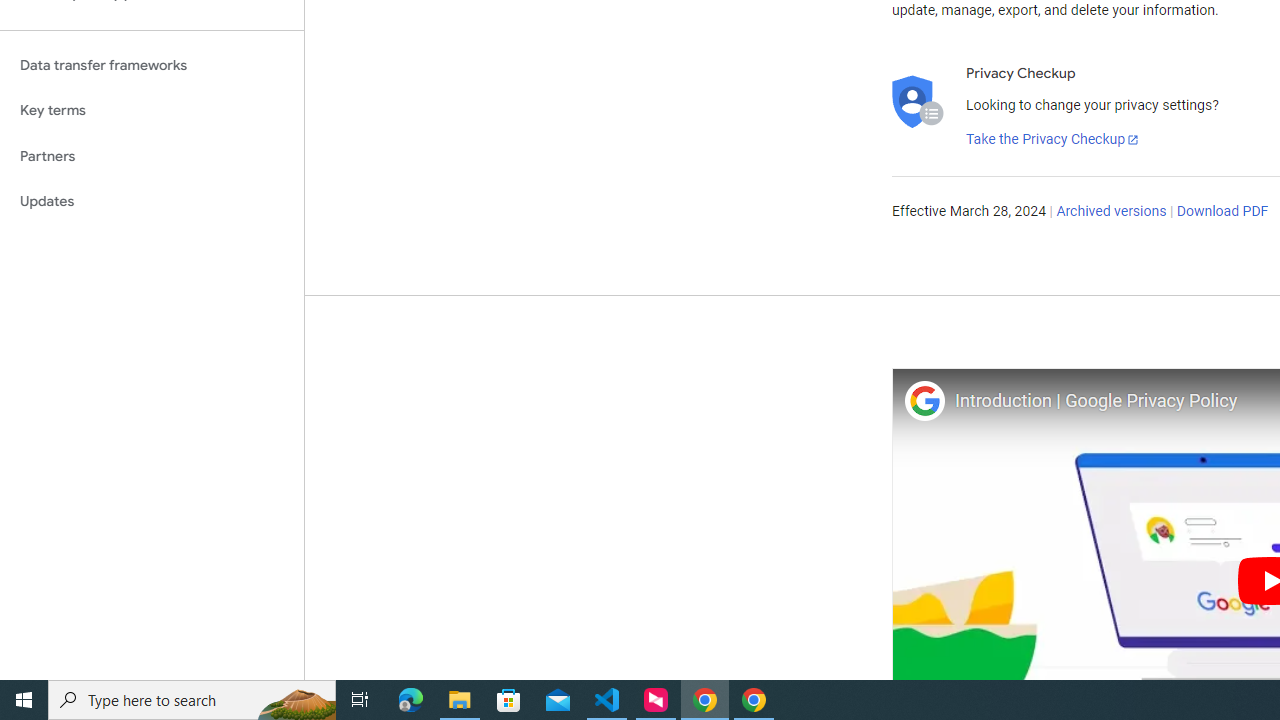 The height and width of the screenshot is (720, 1280). I want to click on 'Archived versions', so click(1110, 212).